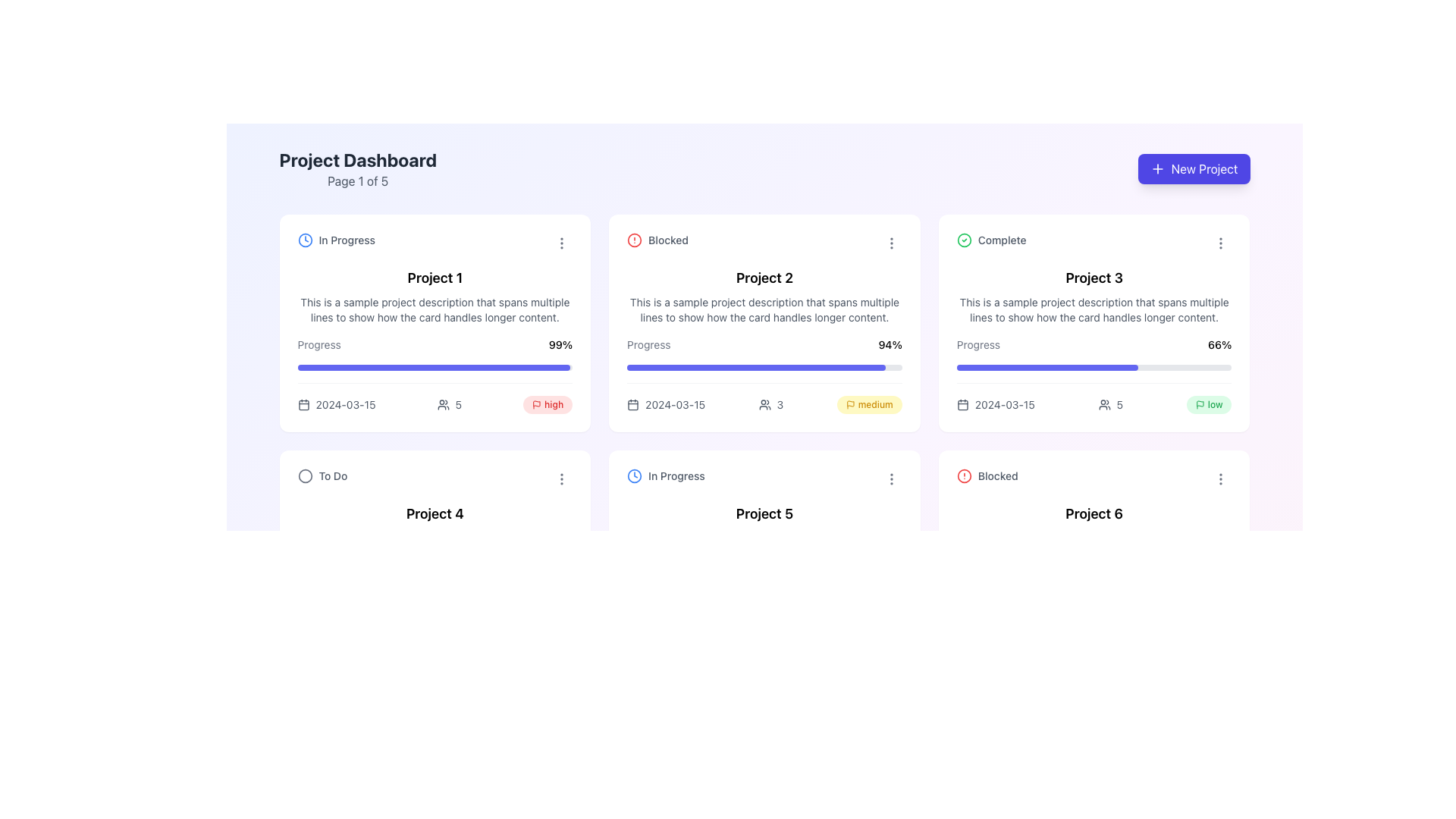  I want to click on the Date display element showing '2024-03-15' with a calendar icon for accessibility purposes, so click(996, 403).